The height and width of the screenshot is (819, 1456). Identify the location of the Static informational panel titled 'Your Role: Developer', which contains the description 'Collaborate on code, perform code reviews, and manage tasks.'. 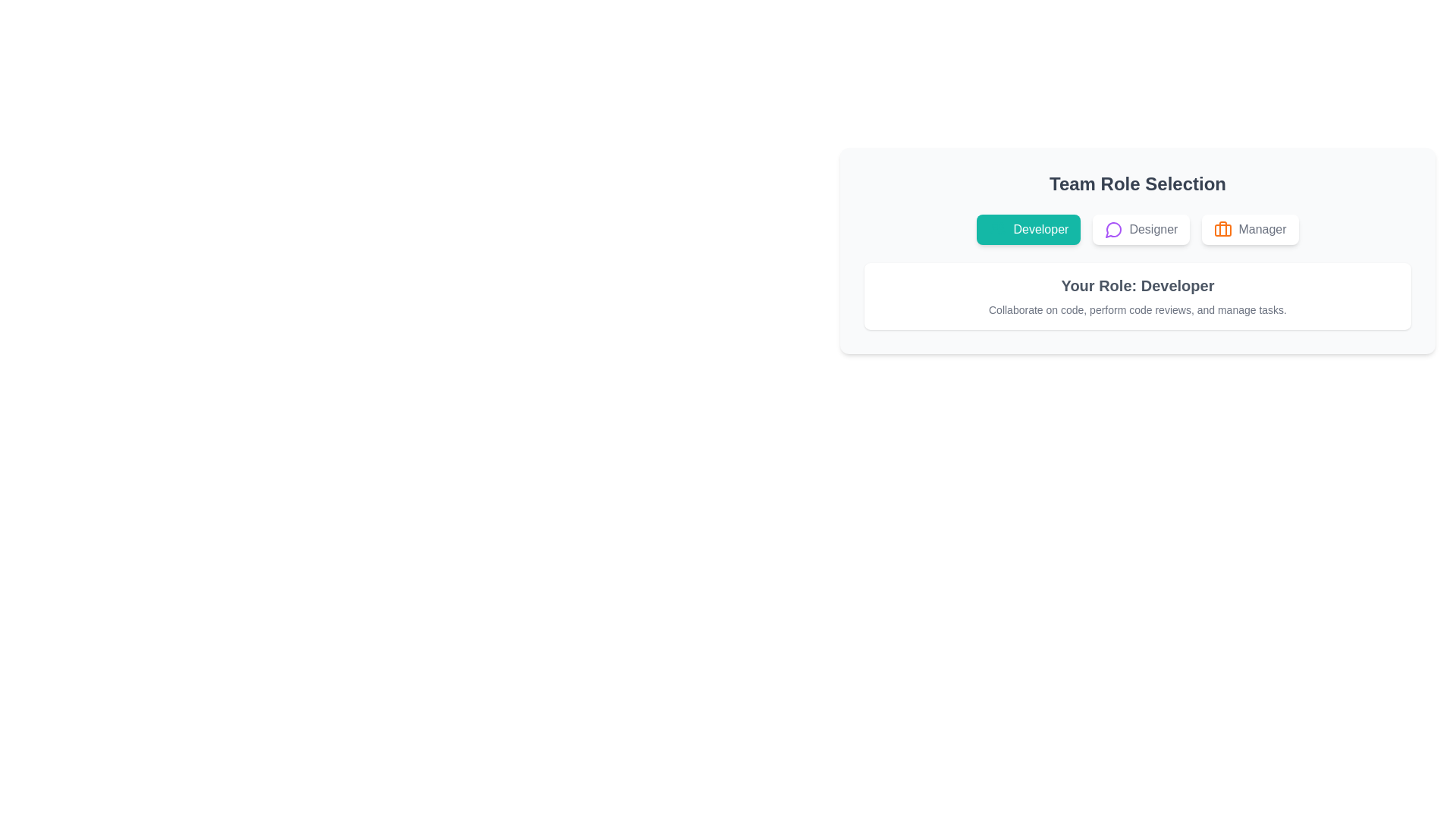
(1137, 296).